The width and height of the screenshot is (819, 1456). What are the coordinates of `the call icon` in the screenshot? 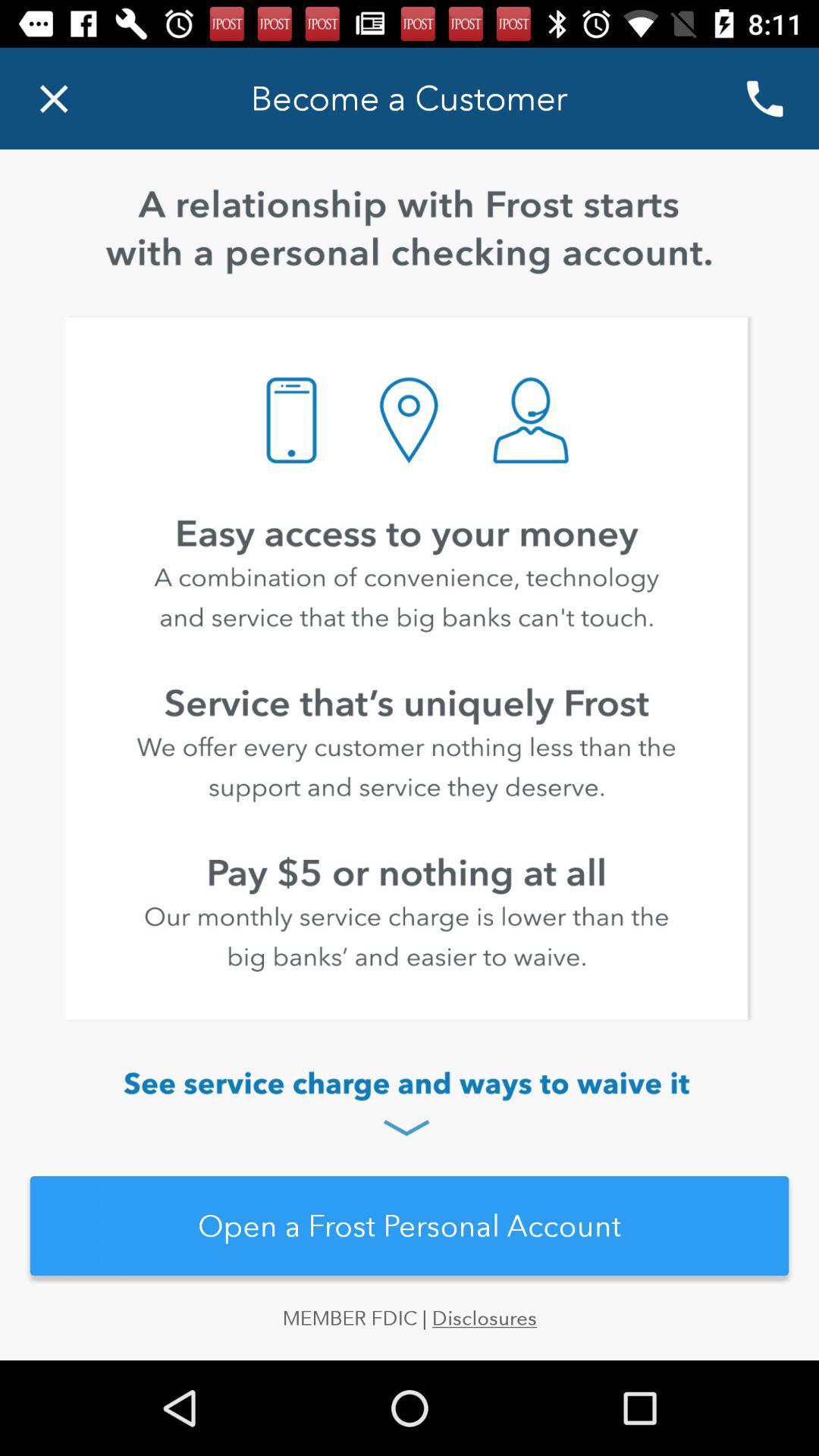 It's located at (764, 98).